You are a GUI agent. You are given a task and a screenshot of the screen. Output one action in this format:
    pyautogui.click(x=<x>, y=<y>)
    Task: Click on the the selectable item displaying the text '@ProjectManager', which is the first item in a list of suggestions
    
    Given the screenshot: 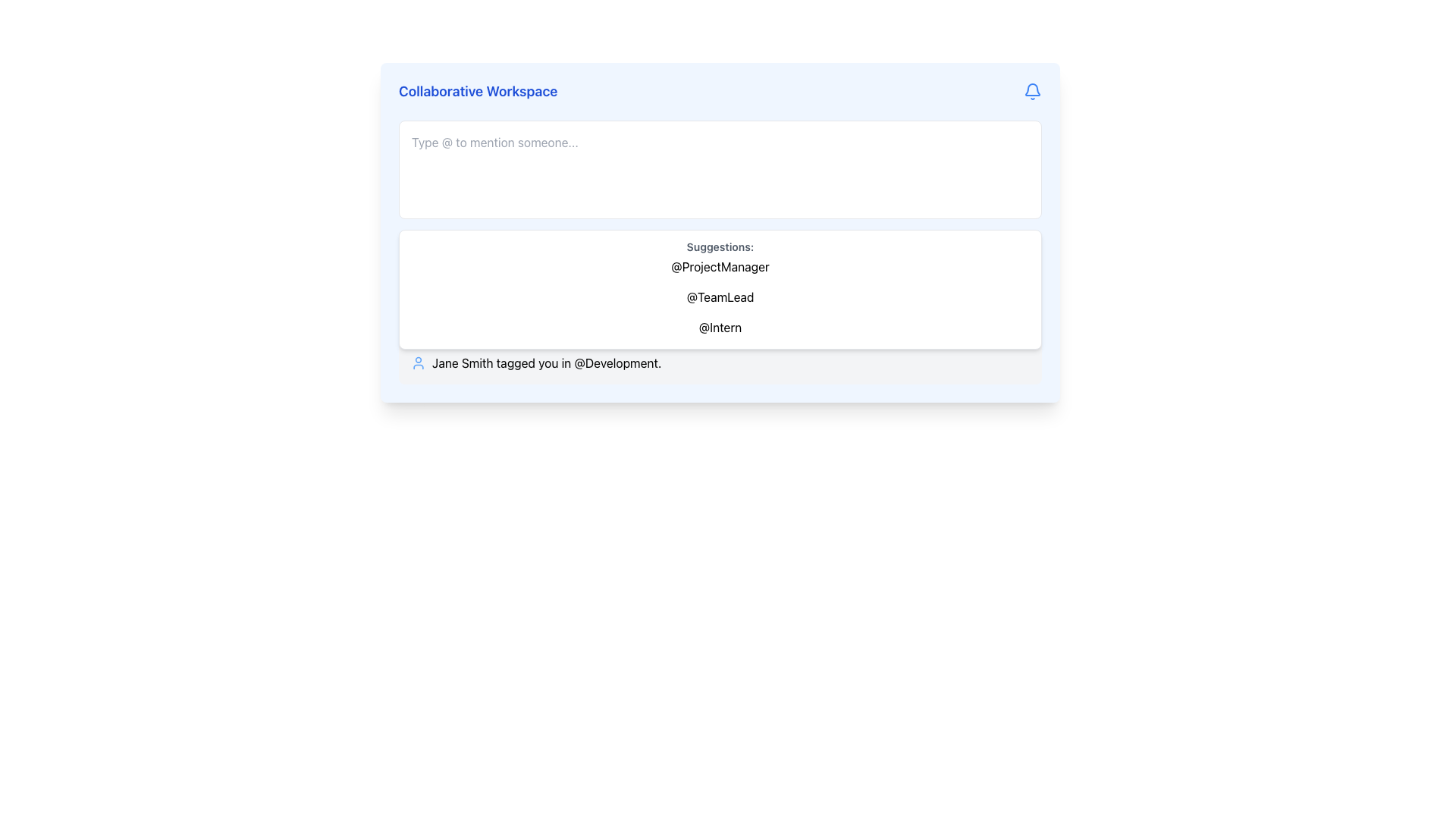 What is the action you would take?
    pyautogui.click(x=720, y=265)
    